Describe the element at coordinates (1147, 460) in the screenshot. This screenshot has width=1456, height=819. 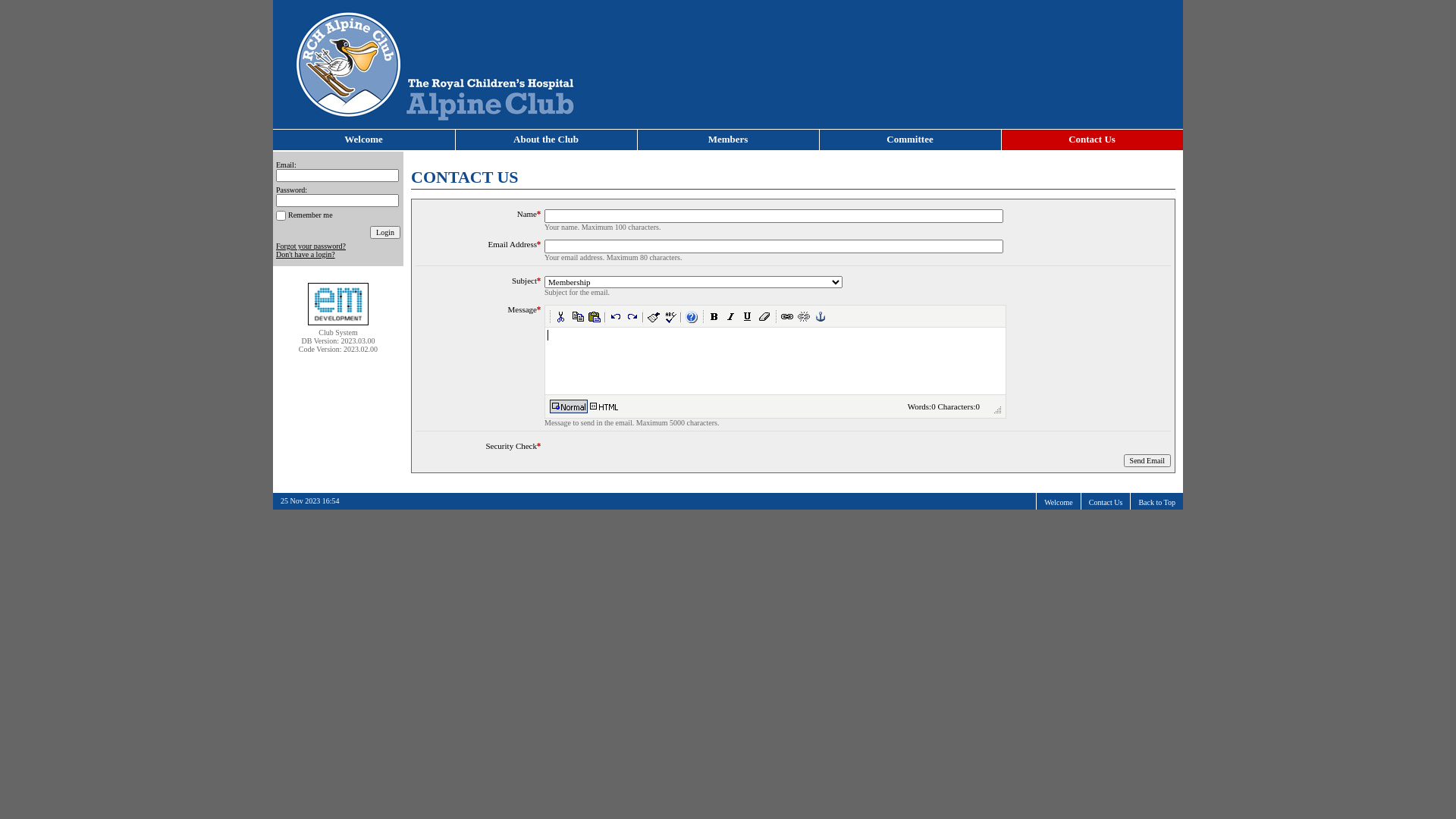
I see `'Send Email'` at that location.